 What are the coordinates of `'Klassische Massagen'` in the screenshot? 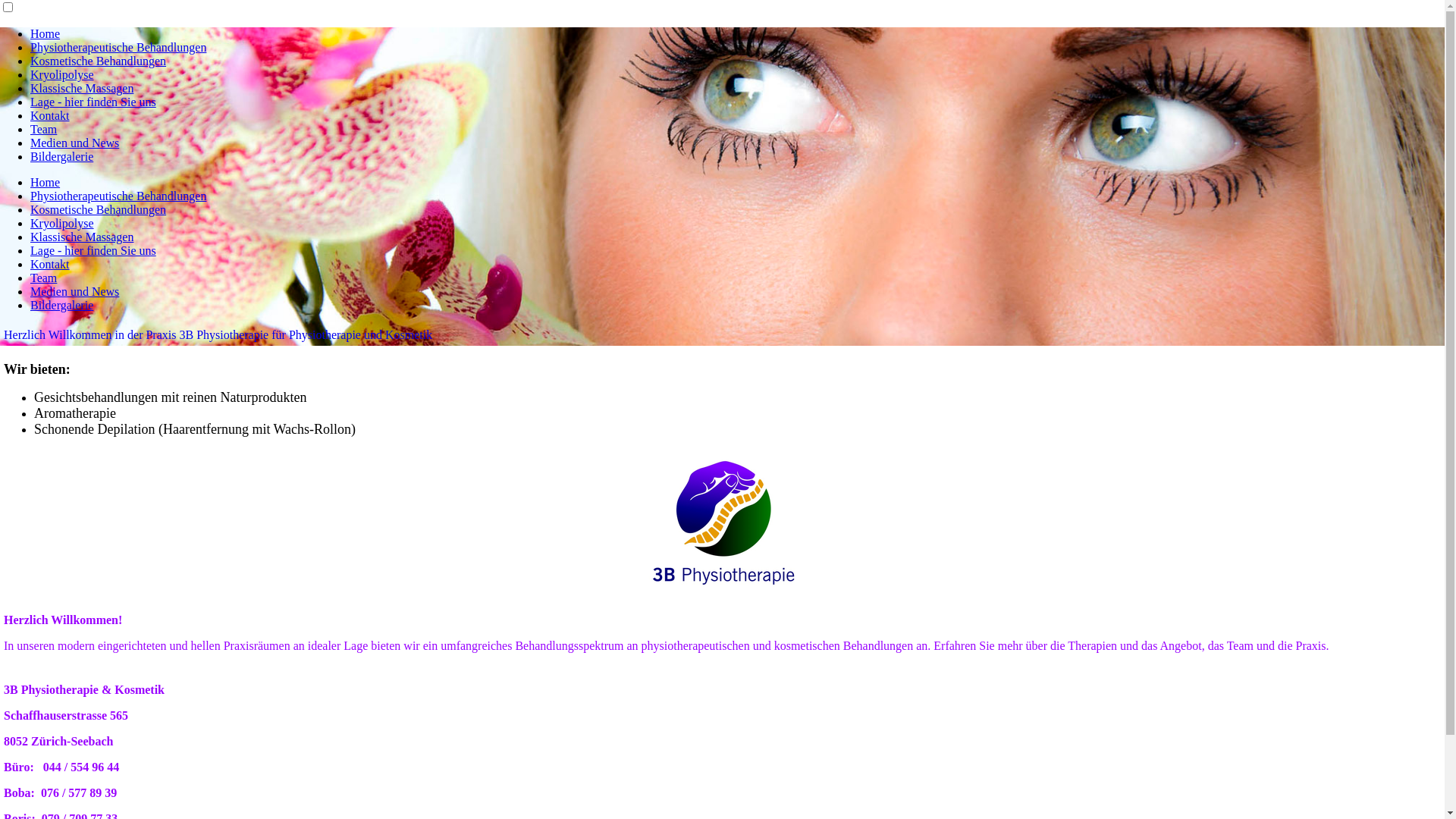 It's located at (80, 237).